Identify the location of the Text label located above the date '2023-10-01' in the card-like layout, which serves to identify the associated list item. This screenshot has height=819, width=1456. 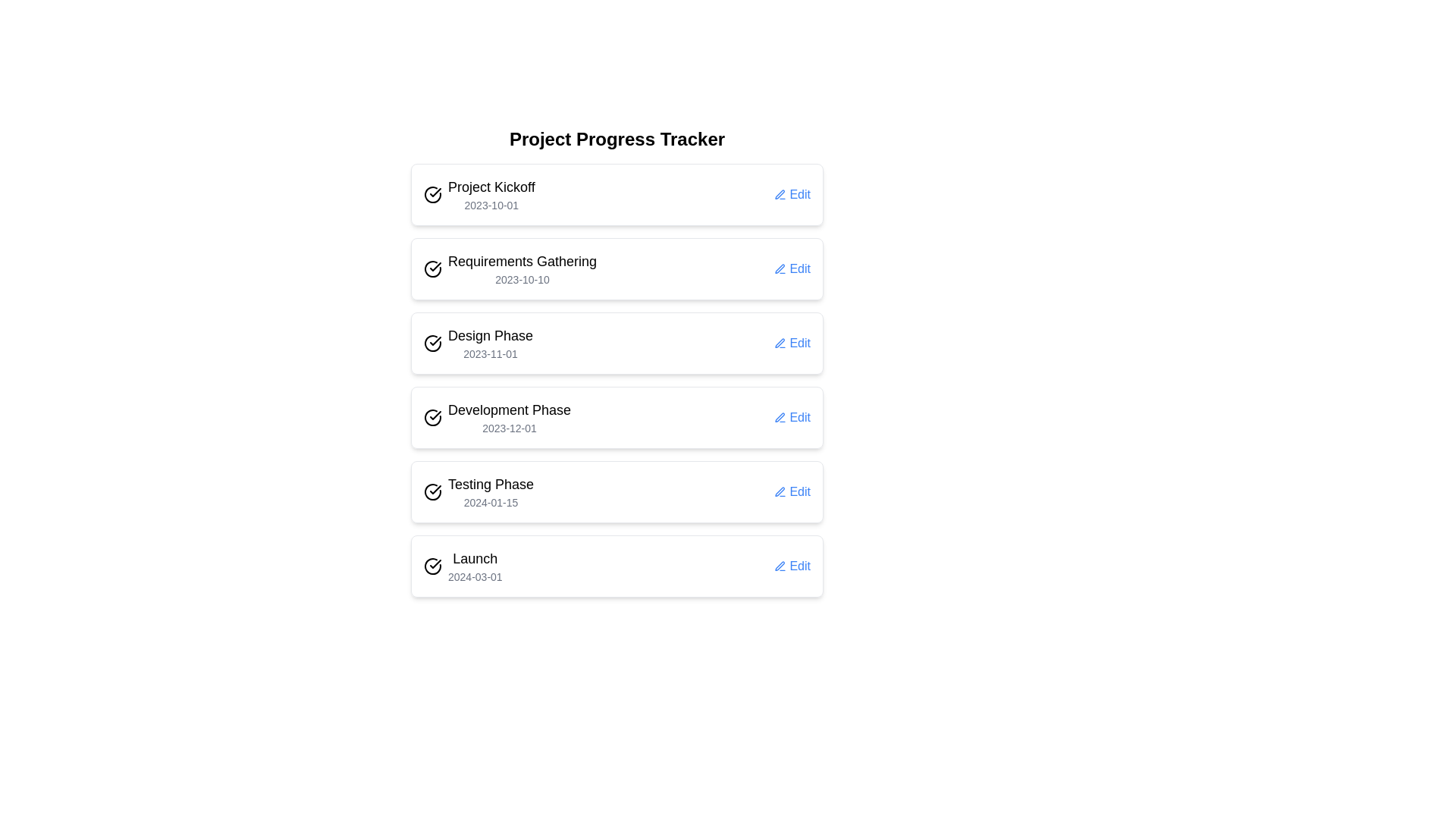
(491, 186).